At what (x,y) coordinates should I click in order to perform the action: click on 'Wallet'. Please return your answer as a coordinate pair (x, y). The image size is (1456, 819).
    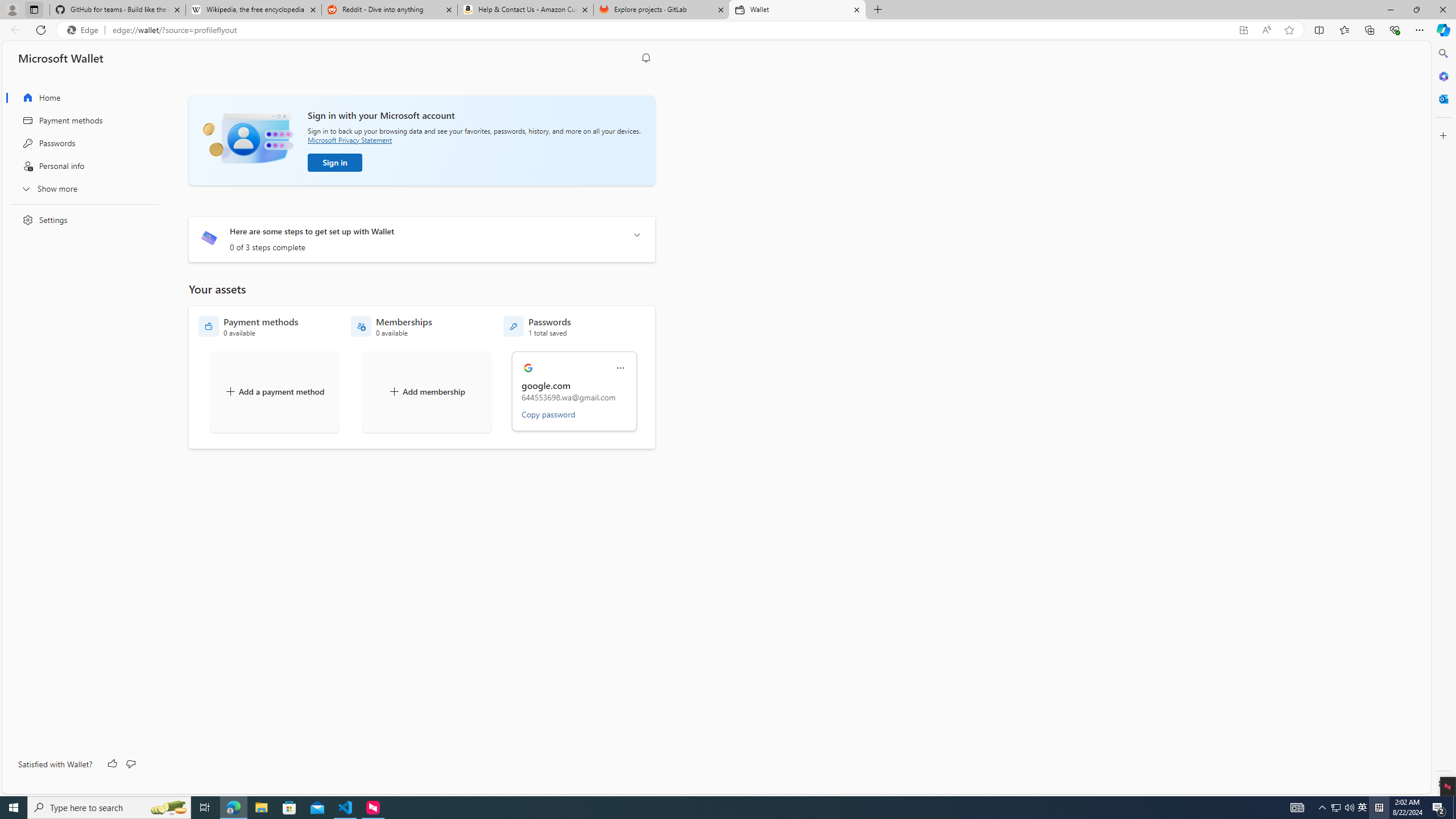
    Looking at the image, I should click on (797, 9).